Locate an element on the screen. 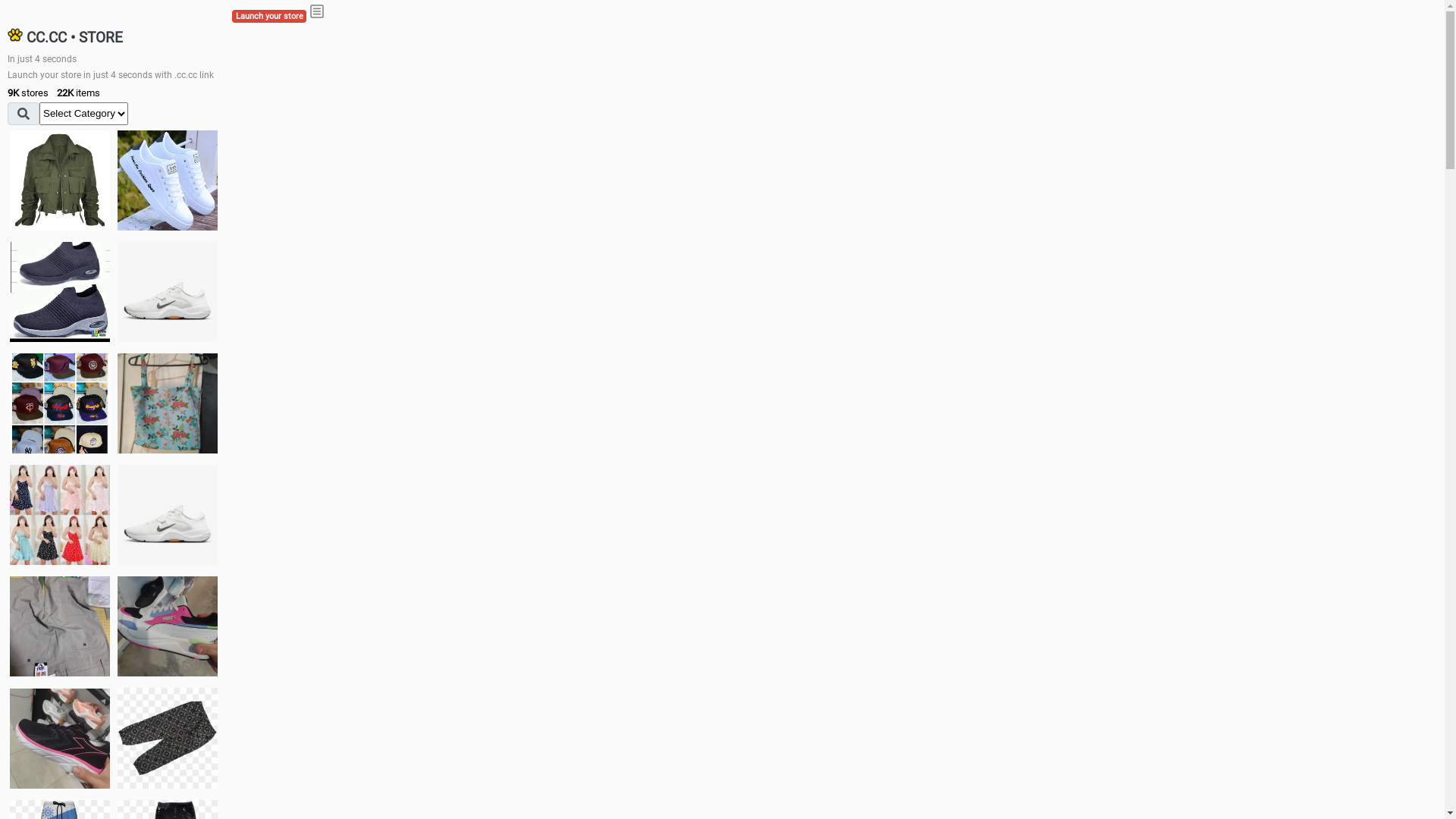  'Ukay cloth' is located at coordinates (116, 403).